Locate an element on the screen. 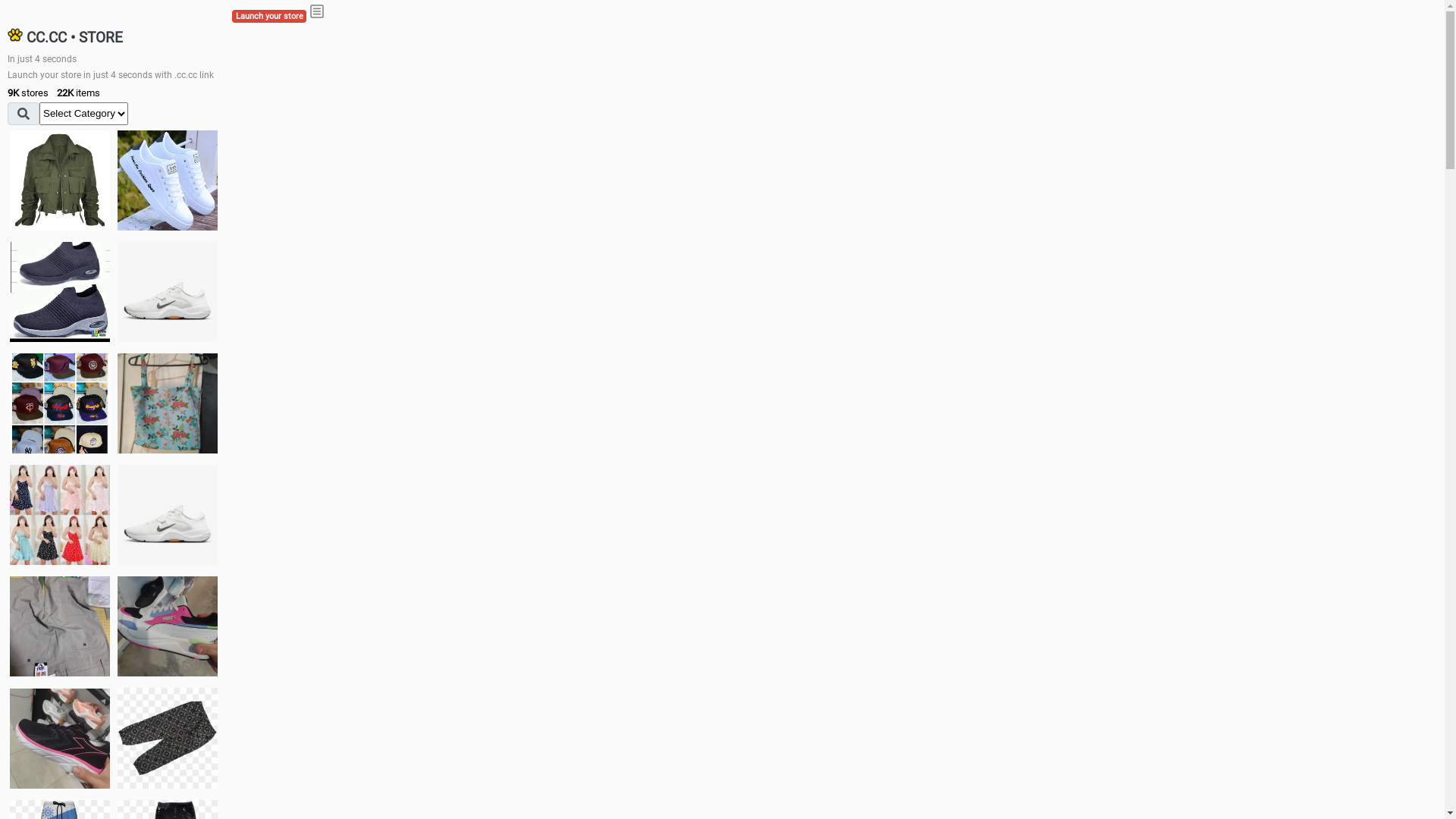  'Ukay cloth' is located at coordinates (116, 403).